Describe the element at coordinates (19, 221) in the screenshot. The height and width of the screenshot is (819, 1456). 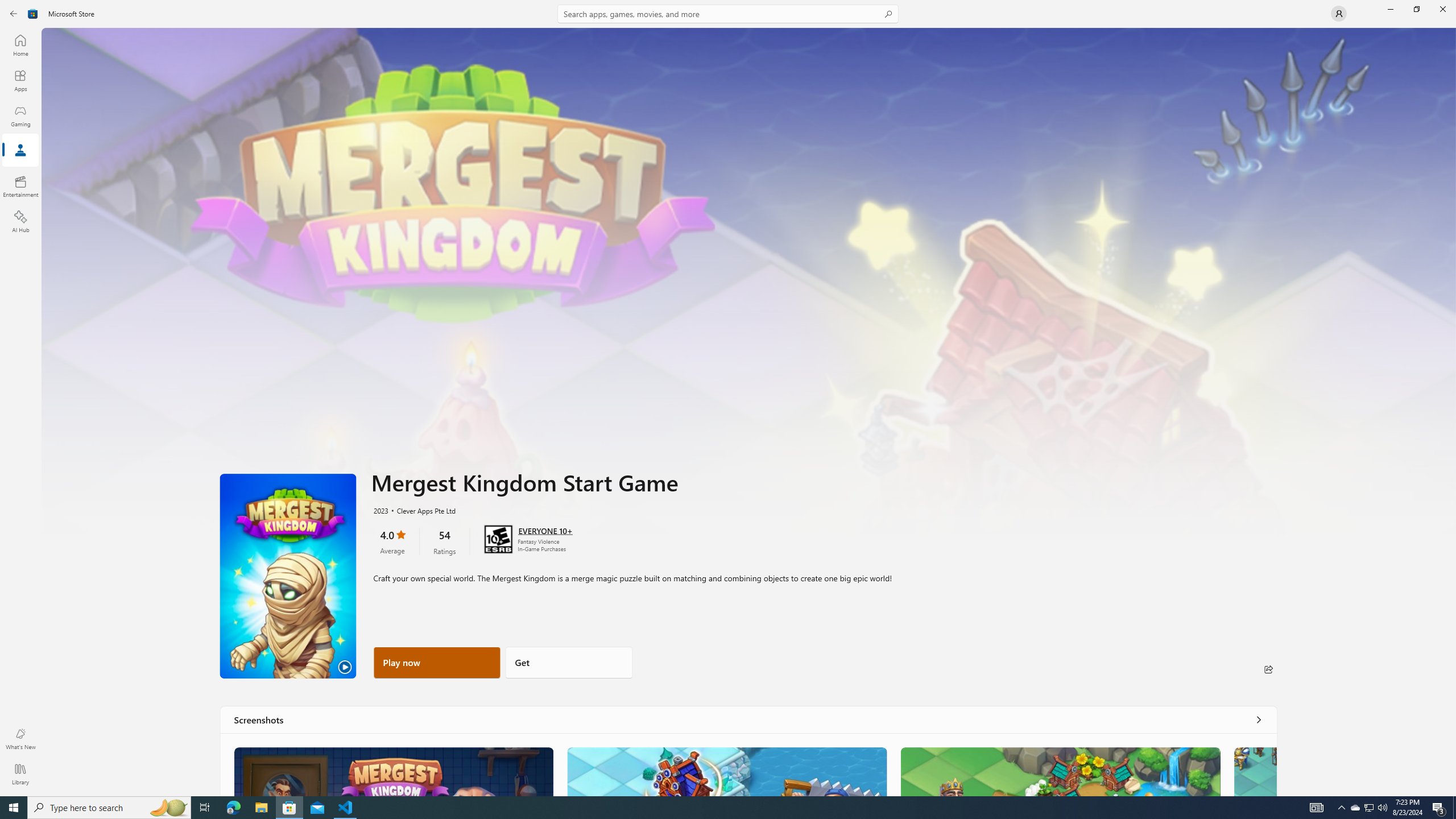
I see `'AI Hub'` at that location.